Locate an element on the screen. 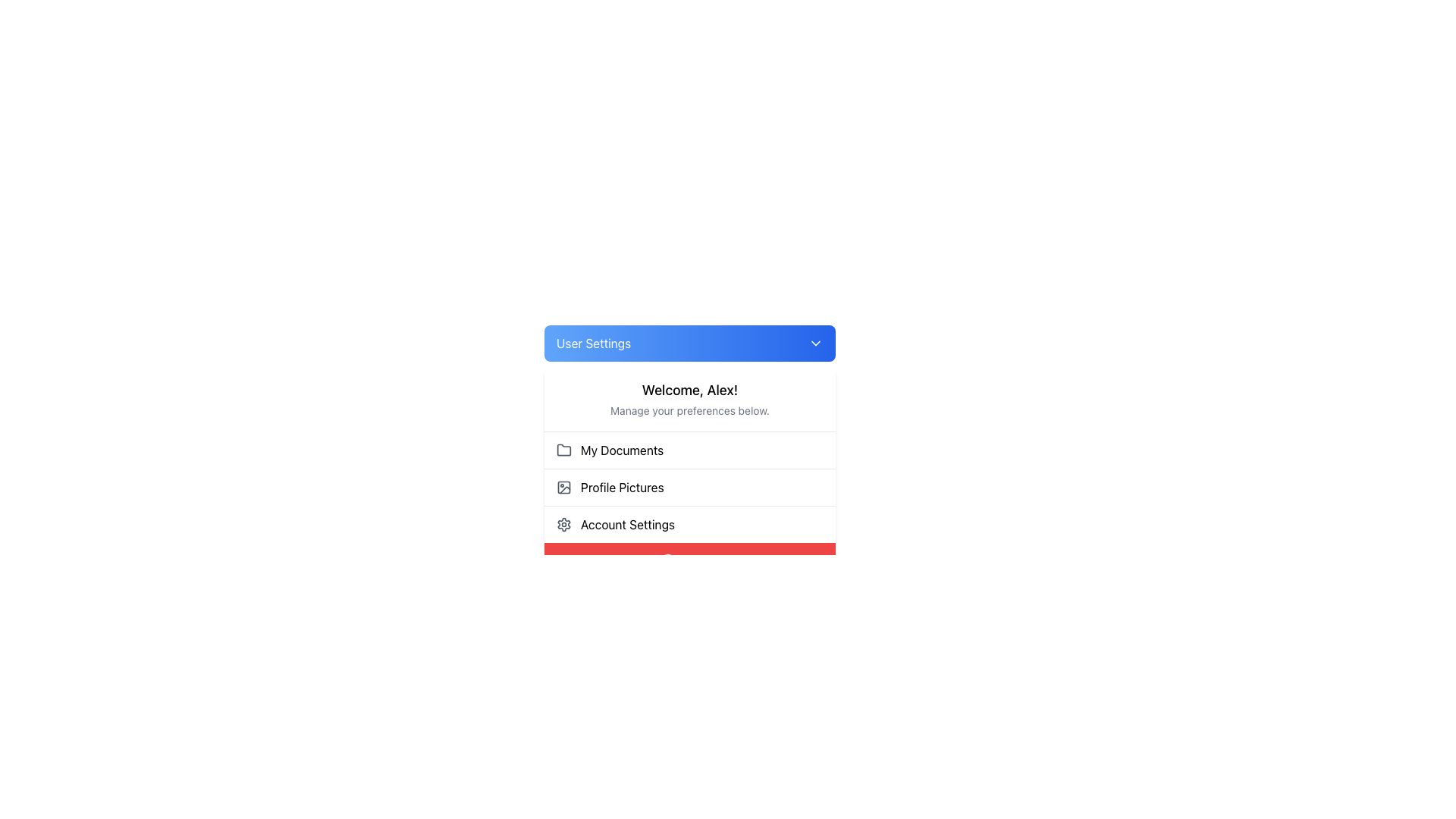 This screenshot has width=1456, height=819. the welcoming text content located at the top of the 'User Settings' dropdown, which guides users to manage their preferences is located at coordinates (689, 399).